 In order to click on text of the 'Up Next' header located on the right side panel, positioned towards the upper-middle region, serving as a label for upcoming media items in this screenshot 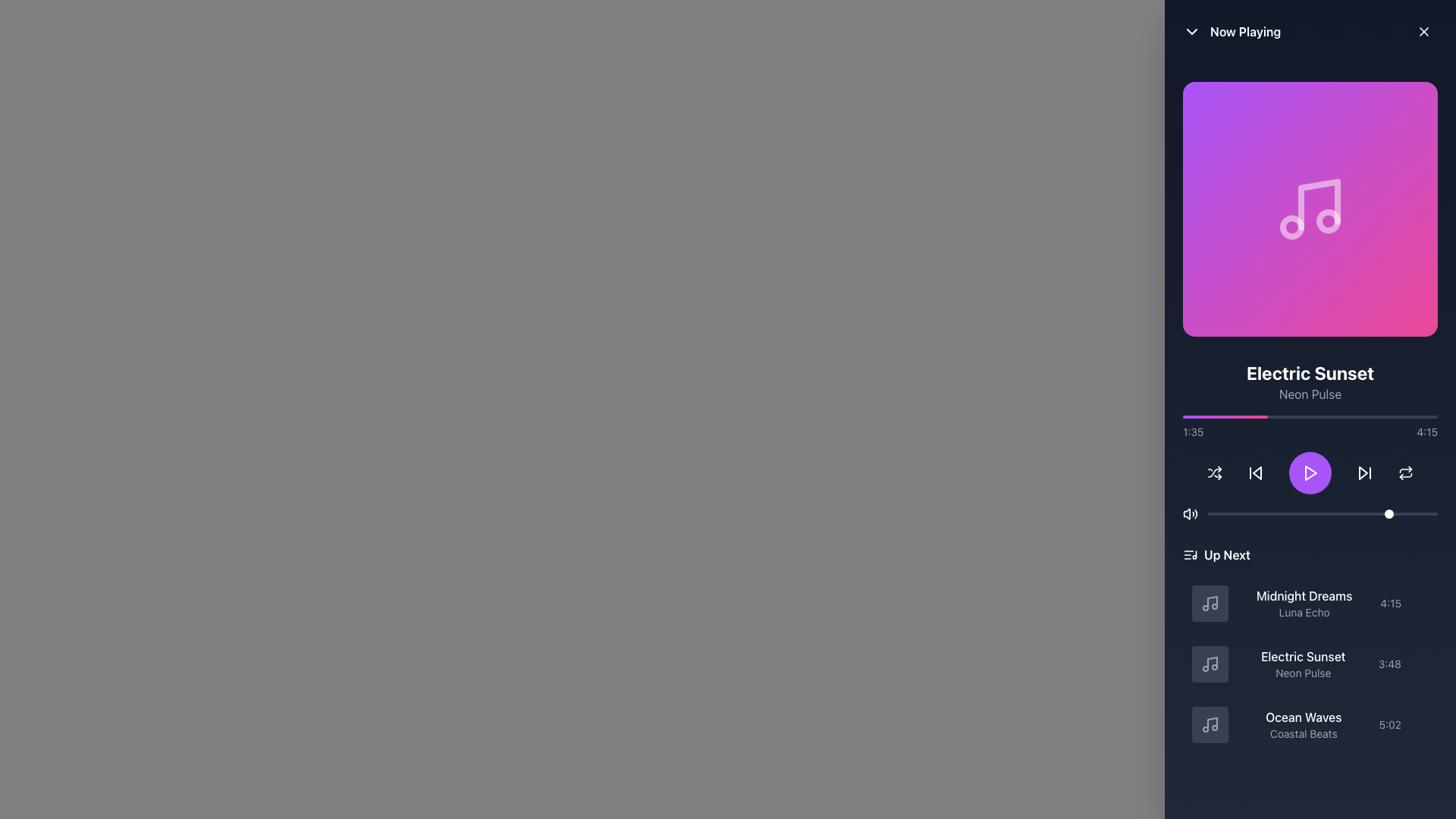, I will do `click(1216, 555)`.